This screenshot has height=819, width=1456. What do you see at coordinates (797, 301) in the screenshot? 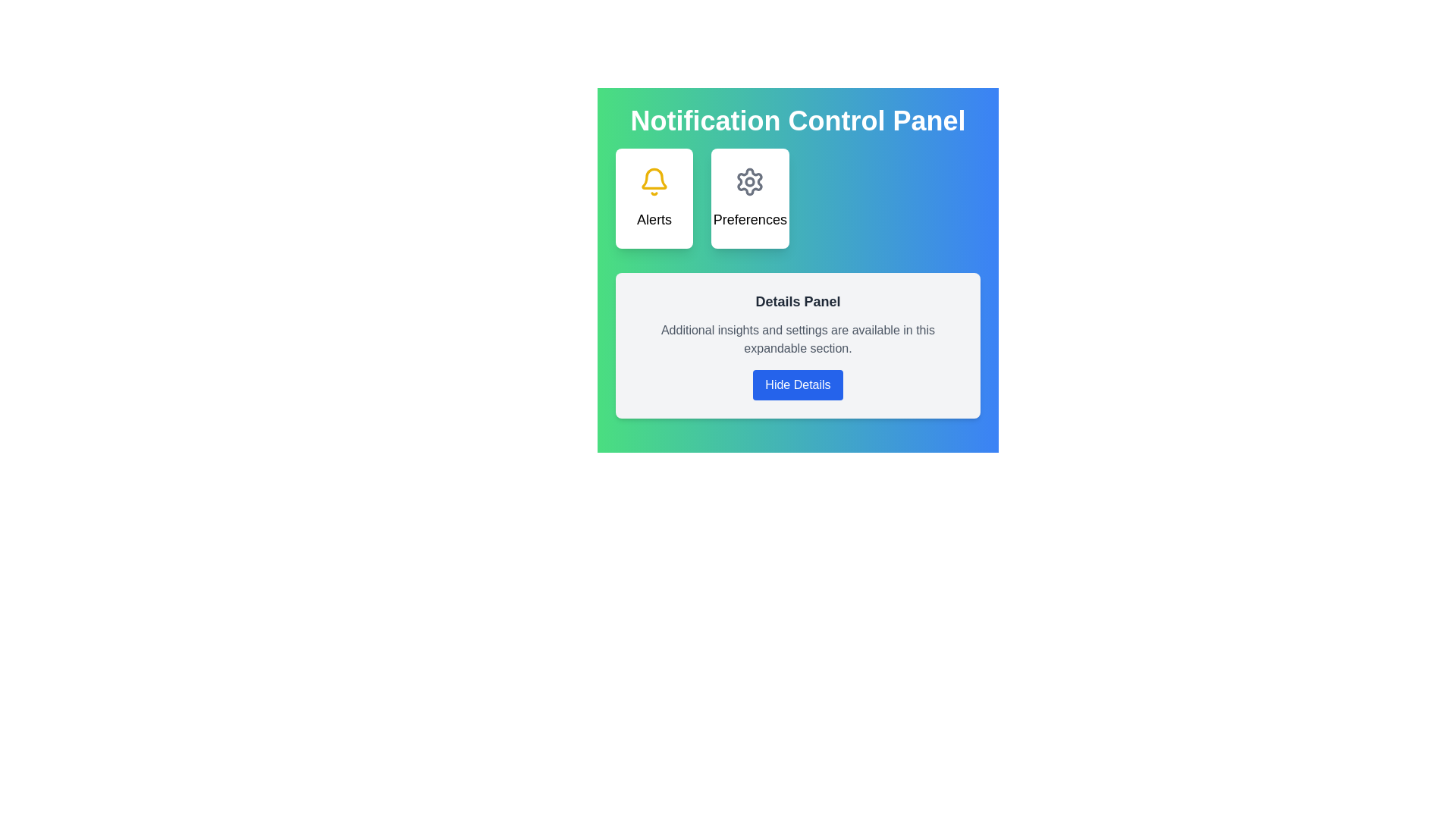
I see `the text header labeled 'Details Panel', which is styled in bold and larger font, colored dark gray, positioned at the top-center of the Details Panel section` at bounding box center [797, 301].